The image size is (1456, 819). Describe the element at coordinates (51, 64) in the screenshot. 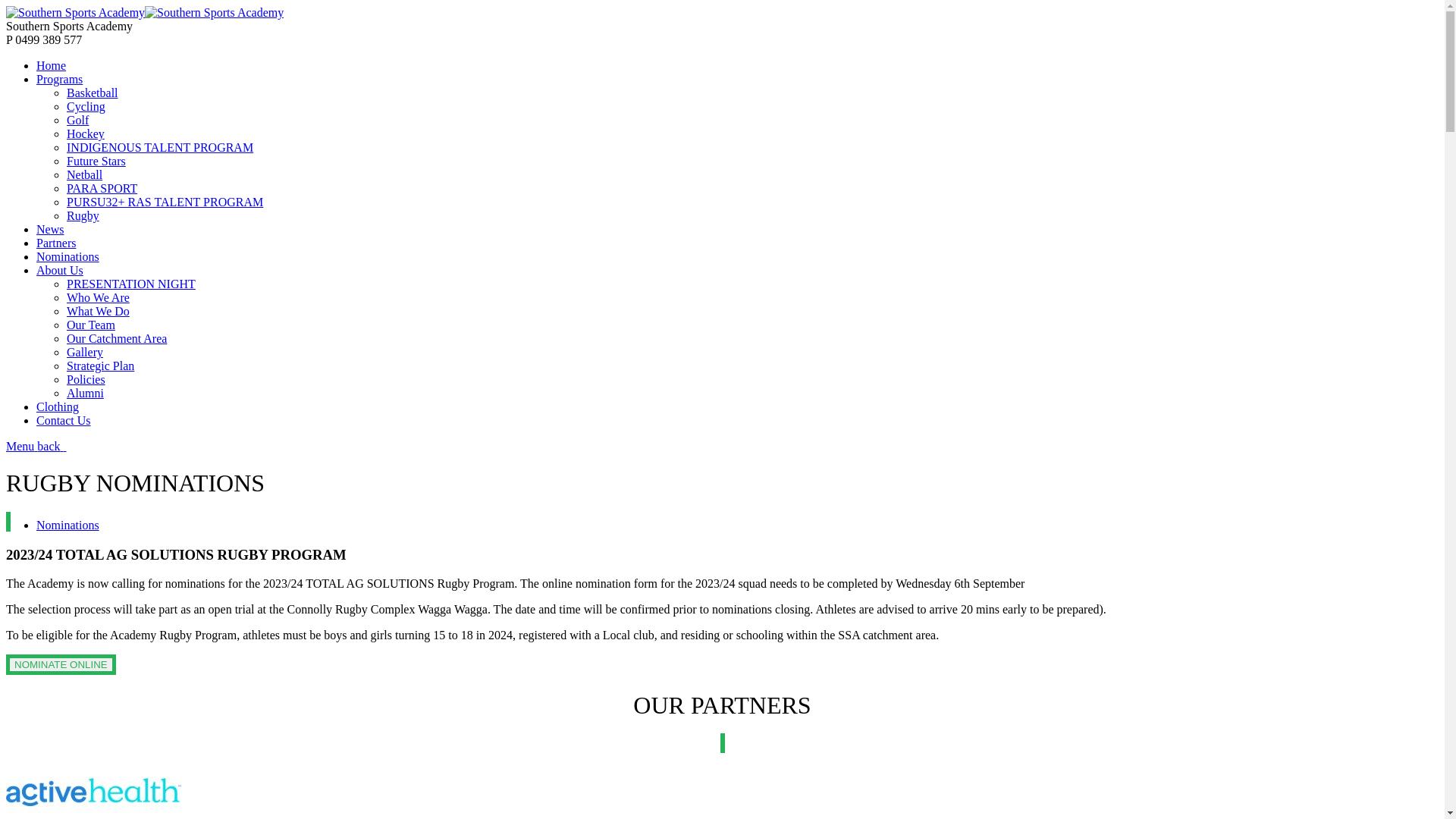

I see `'Home'` at that location.